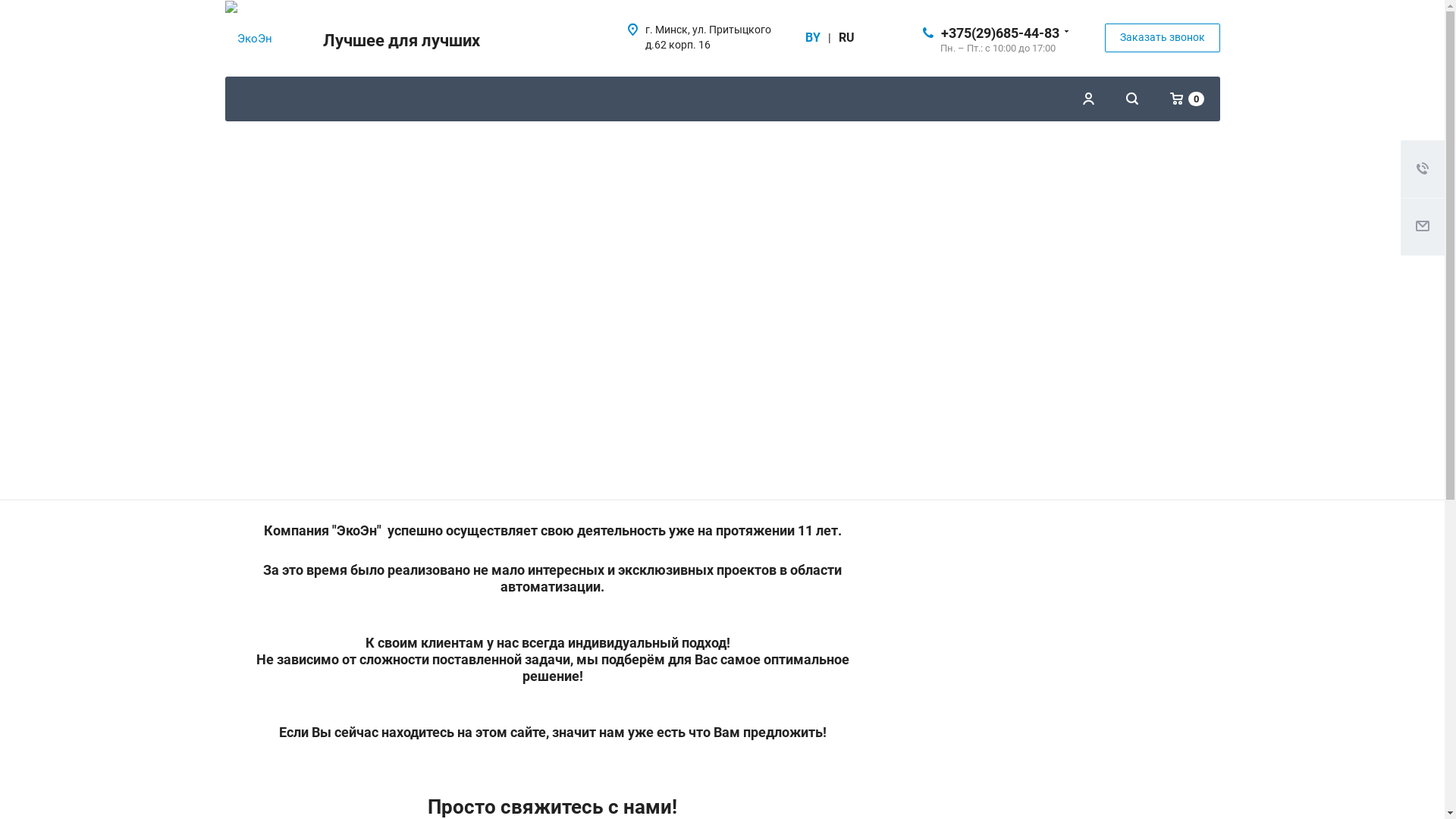  What do you see at coordinates (1186, 99) in the screenshot?
I see `'0'` at bounding box center [1186, 99].